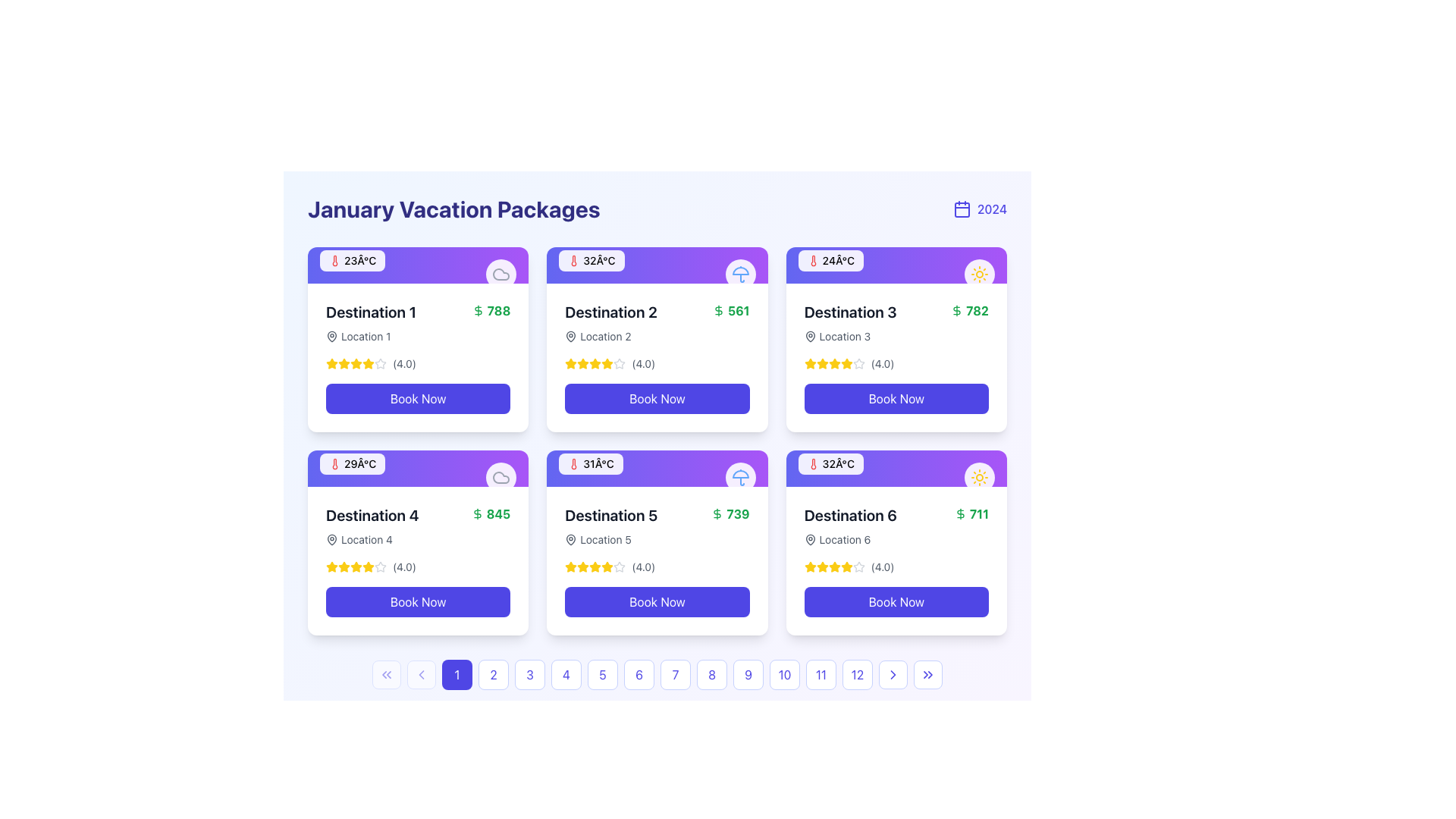 This screenshot has height=819, width=1456. What do you see at coordinates (418, 601) in the screenshot?
I see `the 'Book Now' button with rounded corners and a vibrant indigo background located at the bottom-center of the 'Destination 4' card` at bounding box center [418, 601].